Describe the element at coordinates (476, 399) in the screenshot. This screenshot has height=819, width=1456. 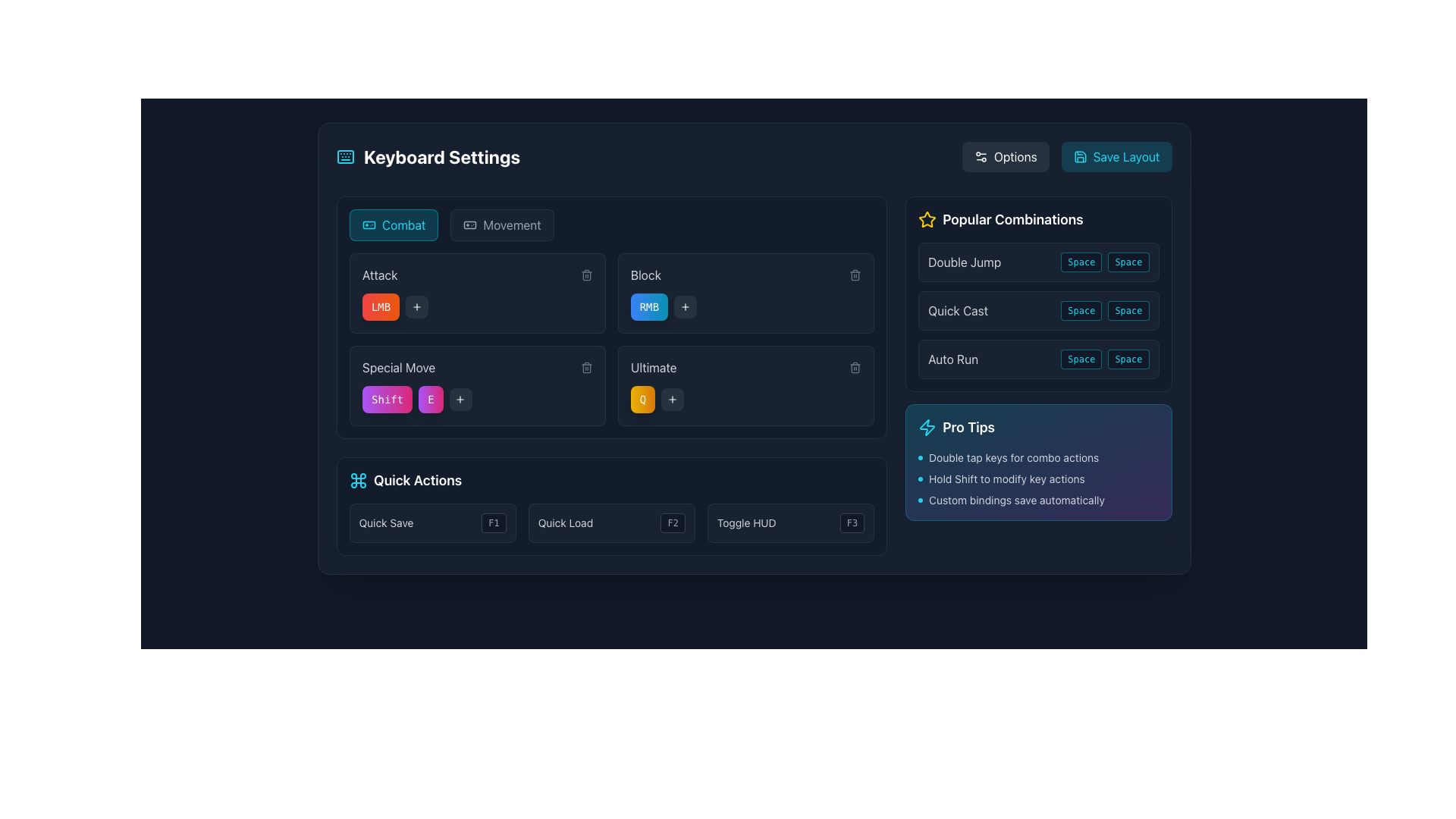
I see `the grouped keyboard shortcut components labeled 'Shift', 'E', and '+' located under the 'Special Move' in the 'Keyboard Settings' section` at that location.